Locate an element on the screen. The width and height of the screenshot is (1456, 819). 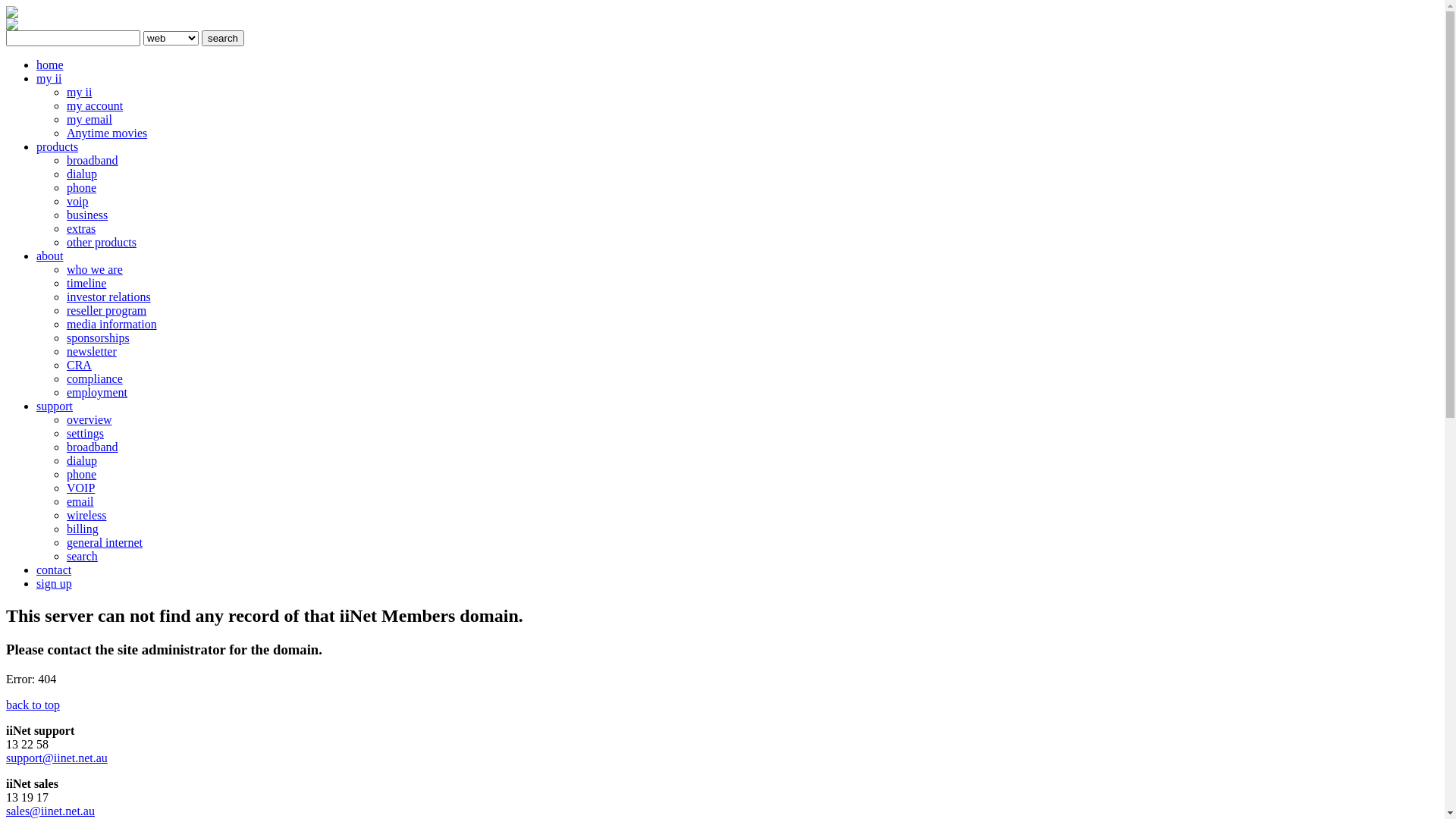
'sign up' is located at coordinates (36, 582).